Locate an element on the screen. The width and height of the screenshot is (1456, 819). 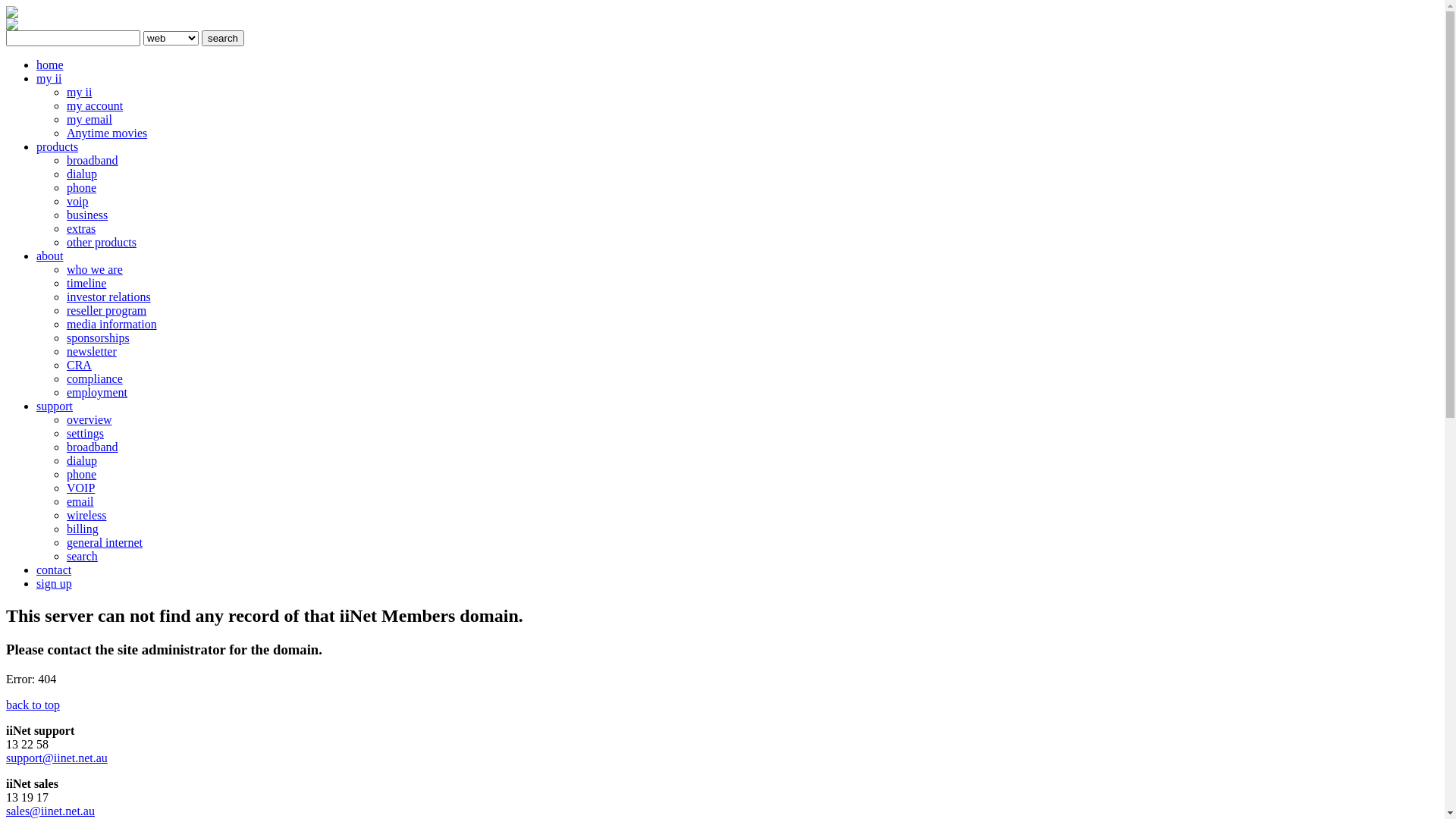
'sign up' is located at coordinates (36, 582).